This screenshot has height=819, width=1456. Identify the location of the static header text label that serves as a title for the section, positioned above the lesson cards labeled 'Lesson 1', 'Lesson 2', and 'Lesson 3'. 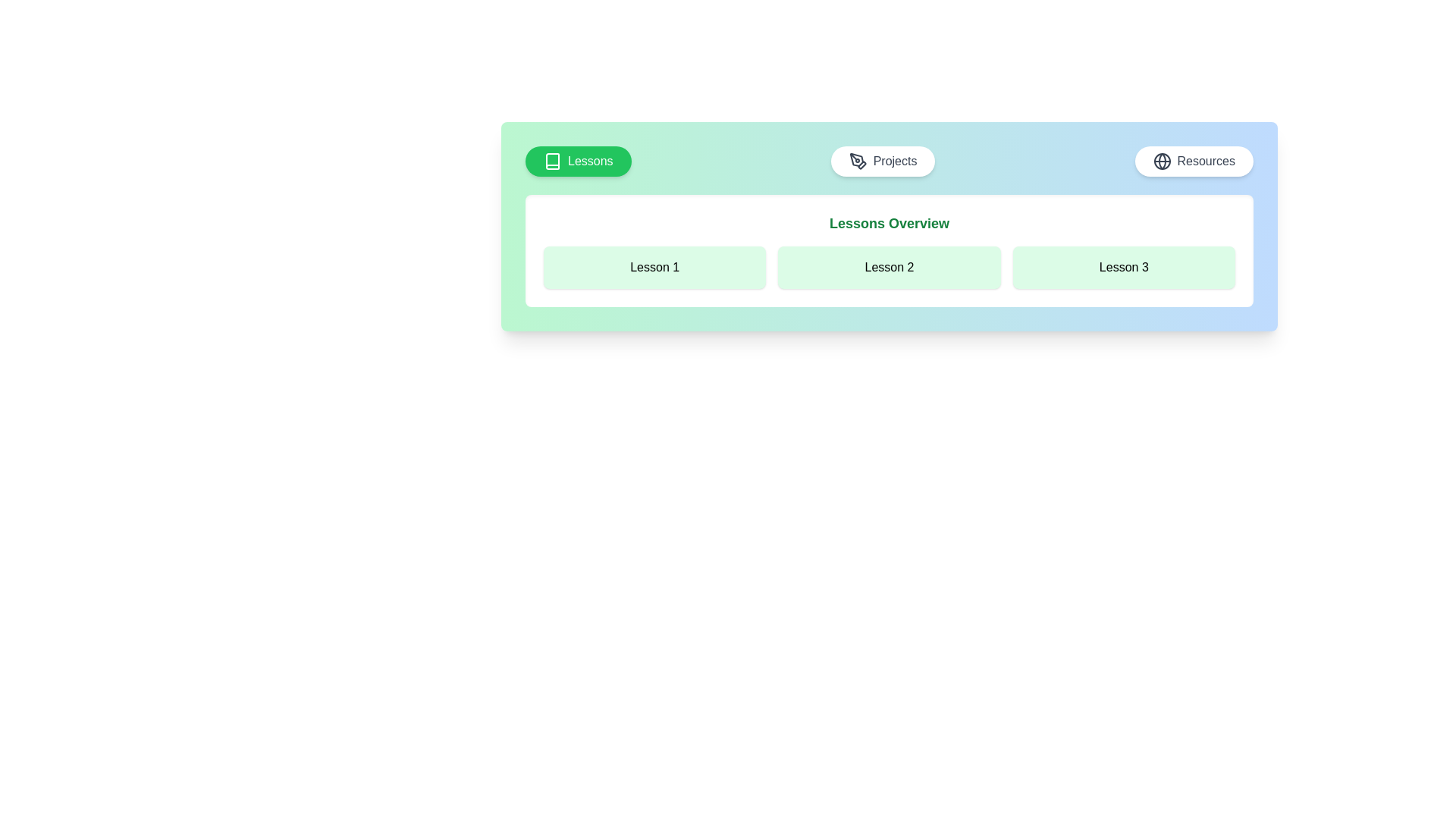
(889, 223).